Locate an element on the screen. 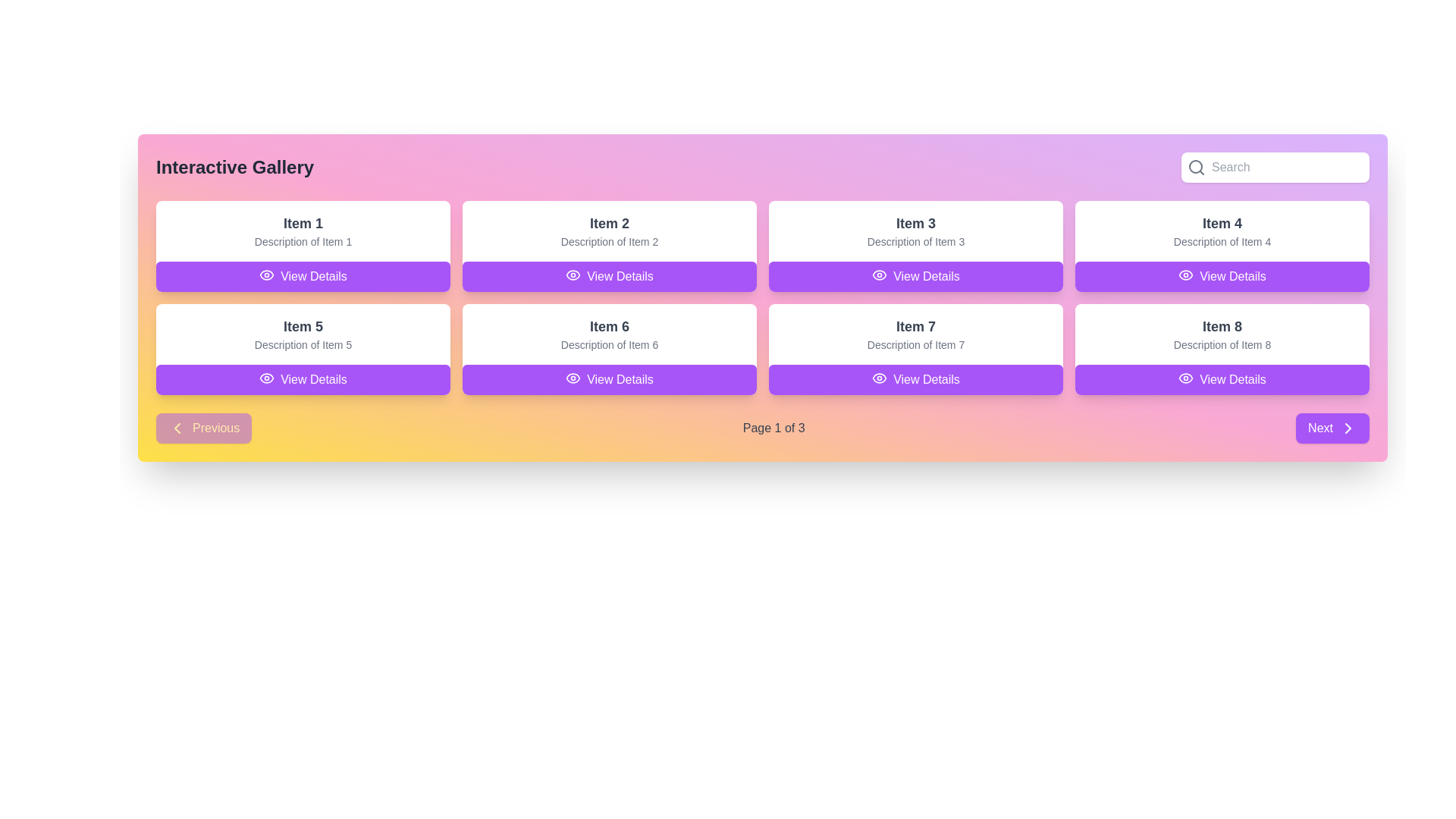  the button located below the description text of 'Item 7' in the bottom-right corner of the grid layout is located at coordinates (915, 379).